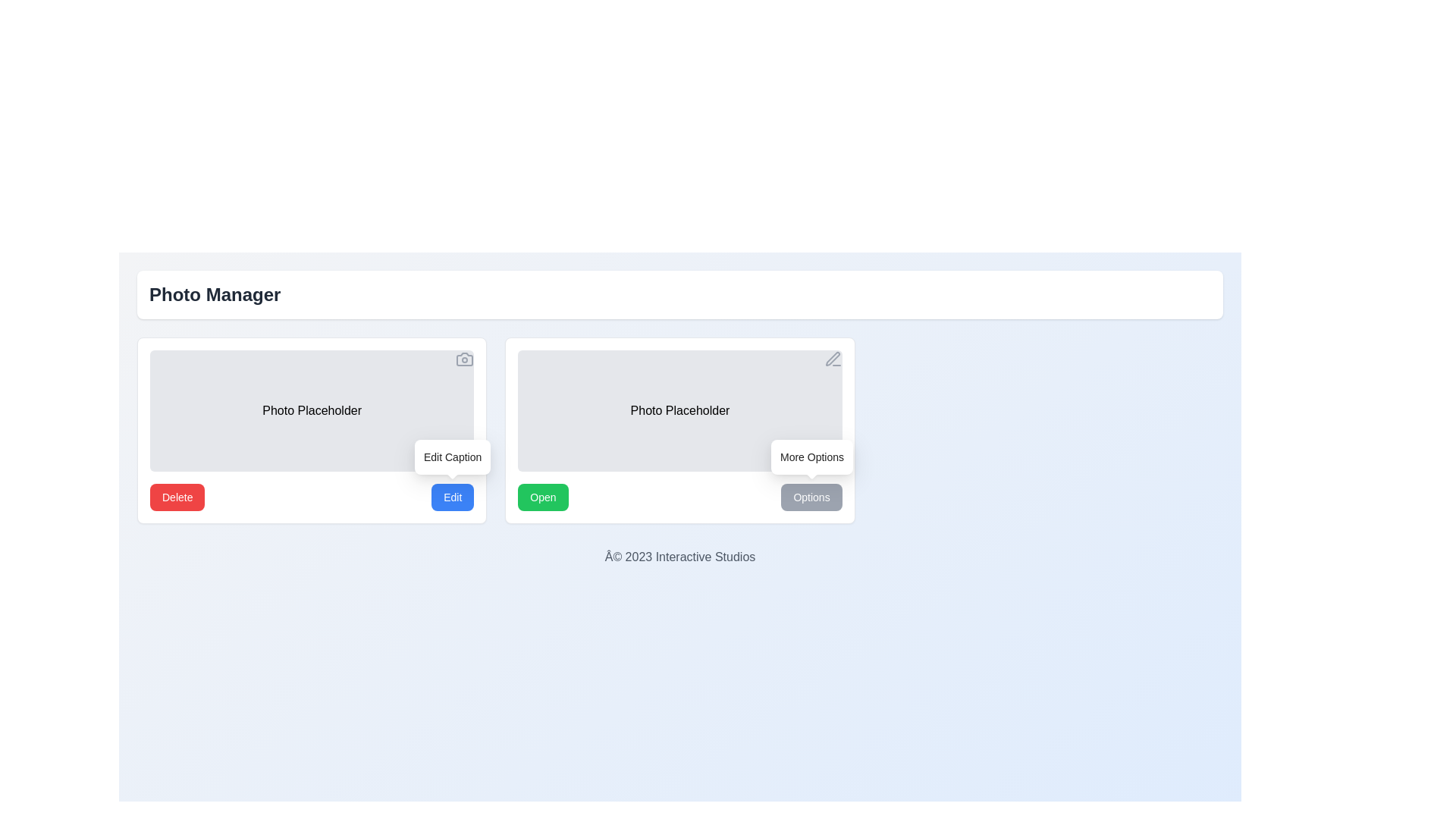  What do you see at coordinates (832, 359) in the screenshot?
I see `the icon button located in the upper-right corner of the second photo placeholder area` at bounding box center [832, 359].